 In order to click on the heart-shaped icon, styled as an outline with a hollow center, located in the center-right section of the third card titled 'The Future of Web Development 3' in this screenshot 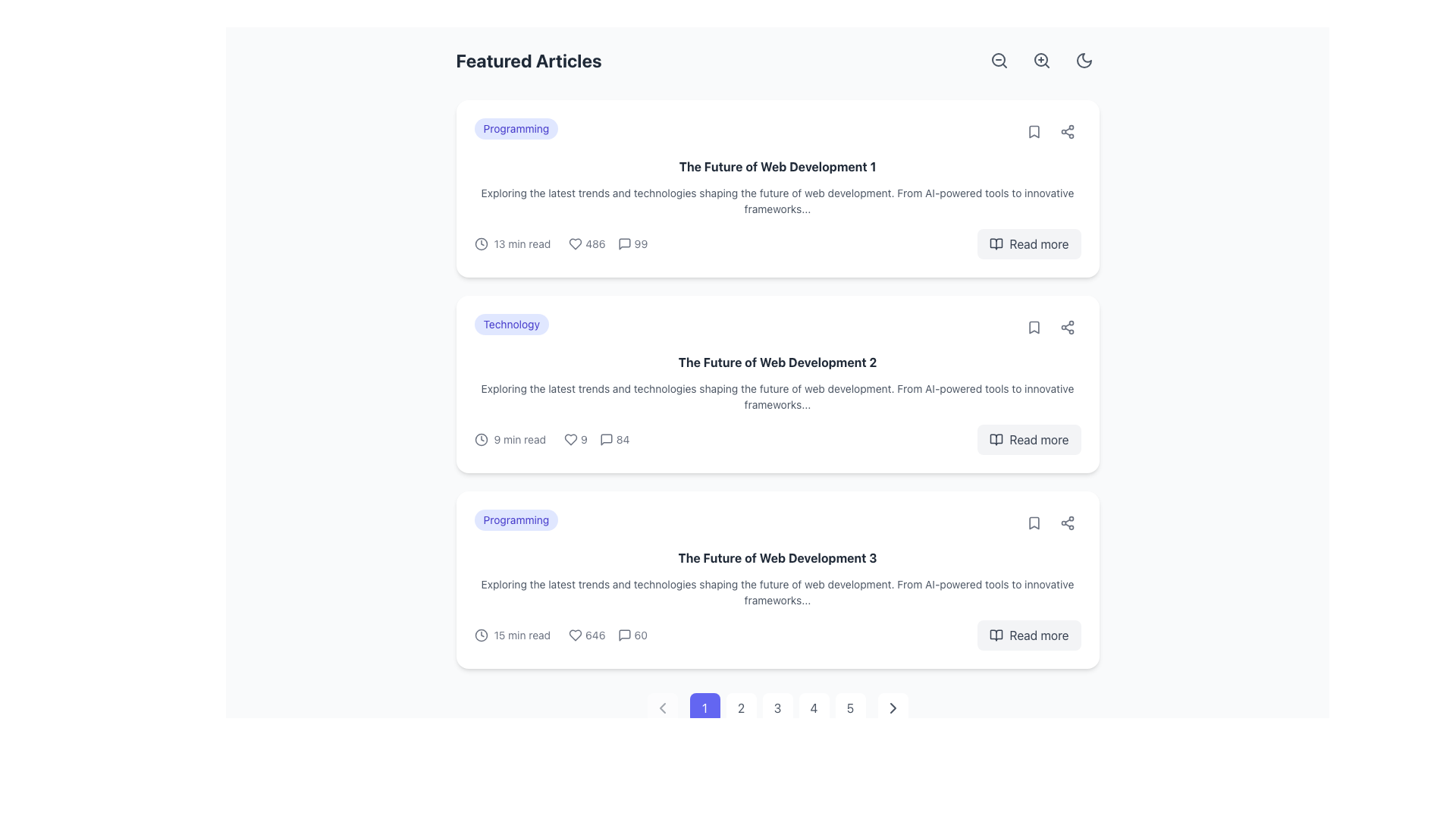, I will do `click(575, 635)`.